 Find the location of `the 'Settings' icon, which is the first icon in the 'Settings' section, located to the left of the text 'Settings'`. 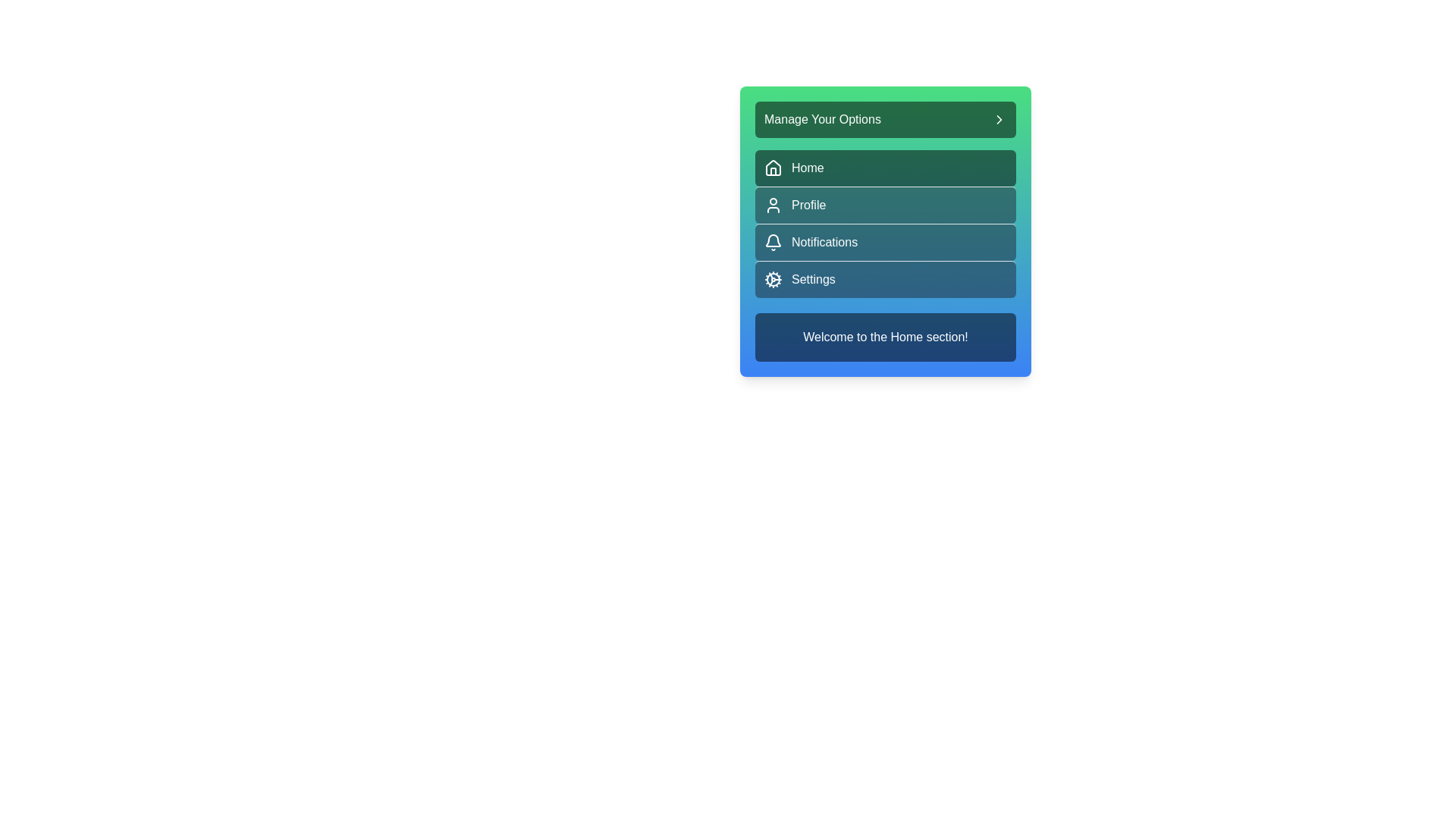

the 'Settings' icon, which is the first icon in the 'Settings' section, located to the left of the text 'Settings' is located at coordinates (773, 280).